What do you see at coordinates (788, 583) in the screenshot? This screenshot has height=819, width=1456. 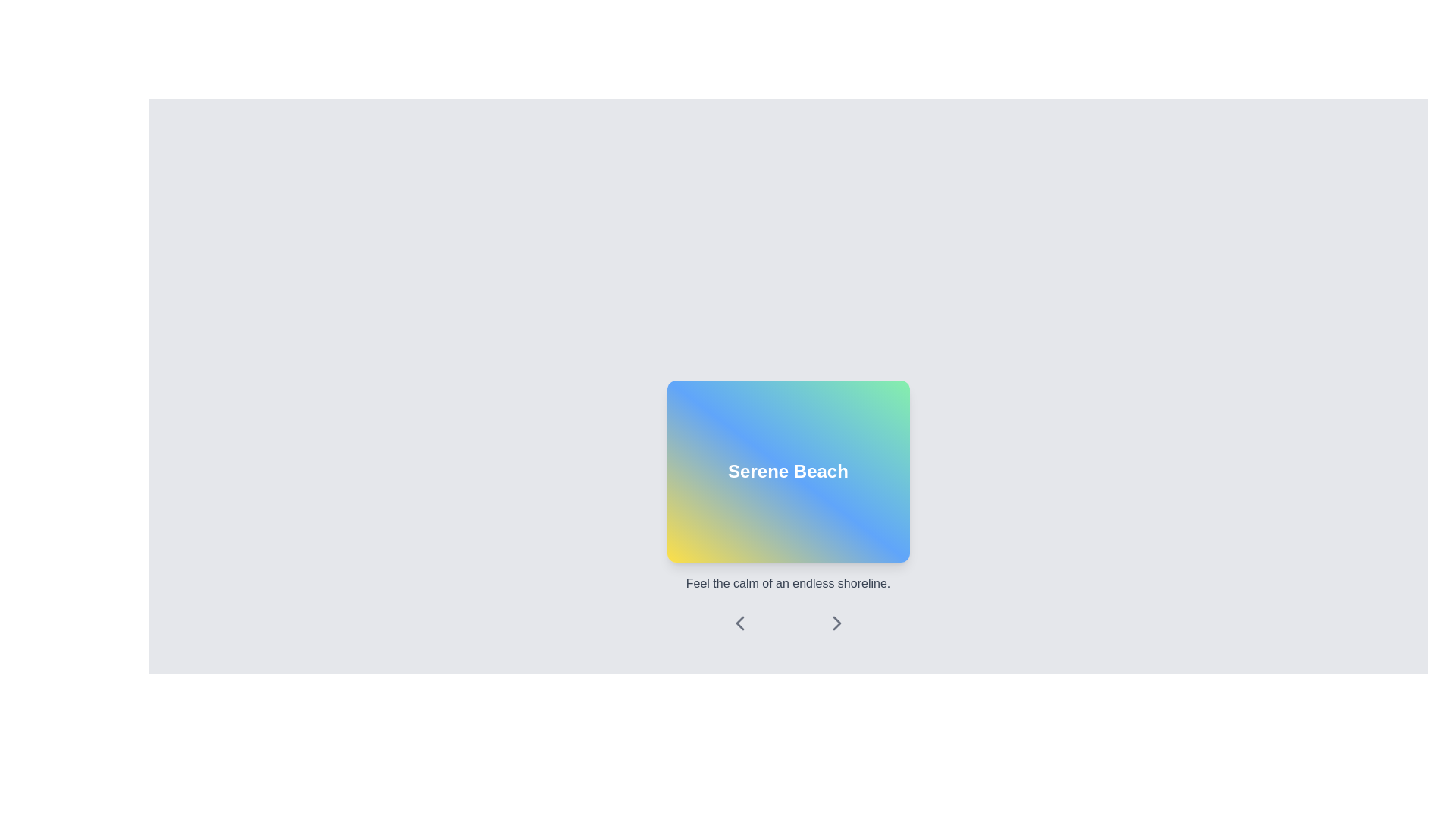 I see `the static text displaying 'Feel the calm of an endless shoreline.' which is styled with a gray font and positioned below the 'Serene Beach' label` at bounding box center [788, 583].